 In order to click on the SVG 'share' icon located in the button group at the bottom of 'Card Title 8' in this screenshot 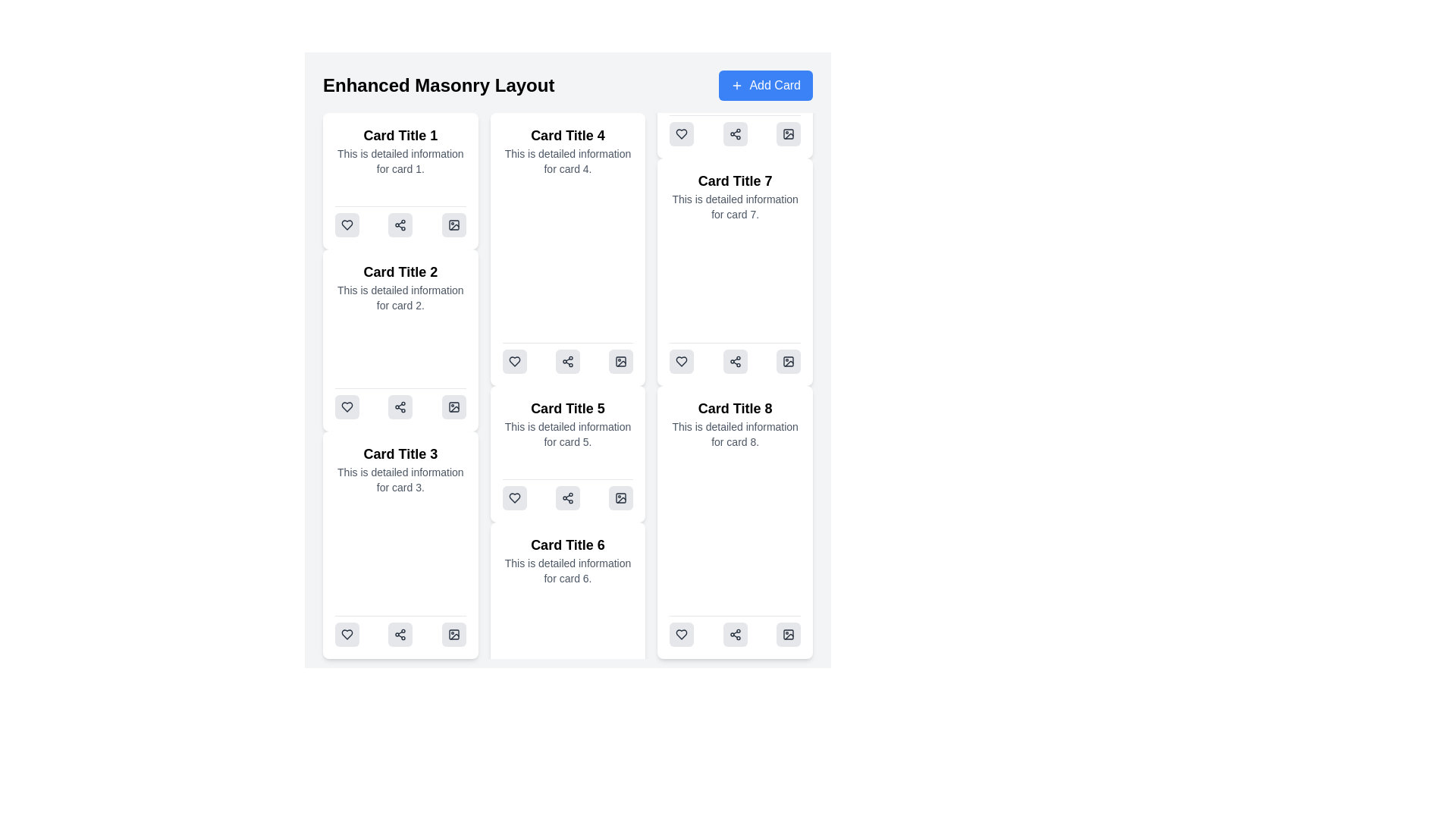, I will do `click(735, 362)`.